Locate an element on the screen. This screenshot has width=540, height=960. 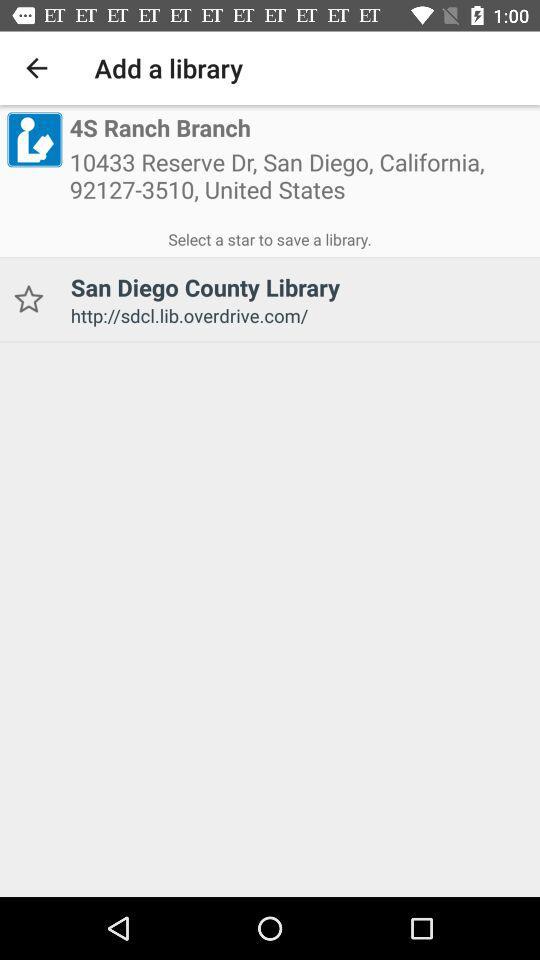
the icon next to the add a library icon is located at coordinates (36, 68).